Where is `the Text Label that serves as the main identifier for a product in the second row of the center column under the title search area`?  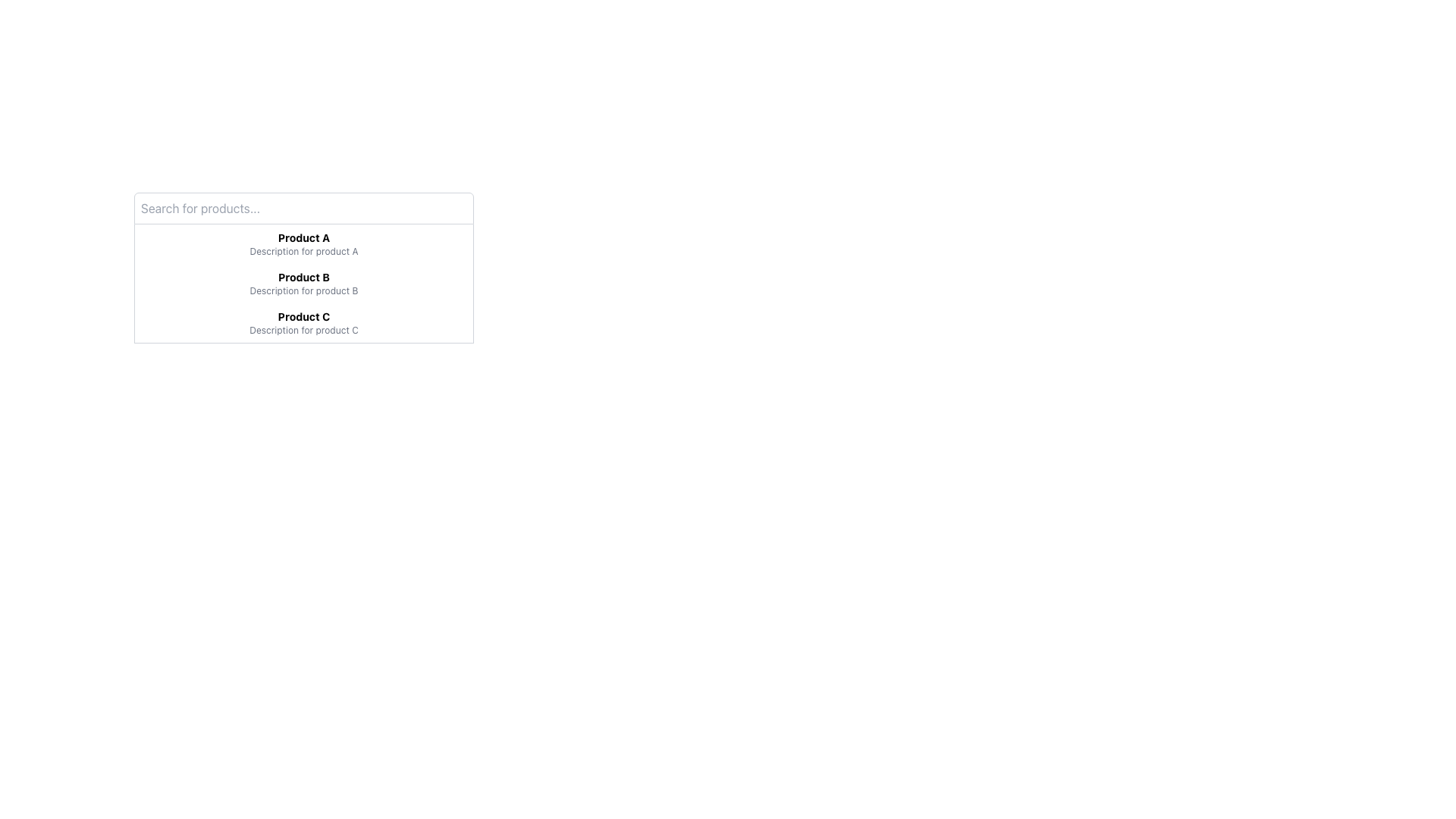
the Text Label that serves as the main identifier for a product in the second row of the center column under the title search area is located at coordinates (303, 278).